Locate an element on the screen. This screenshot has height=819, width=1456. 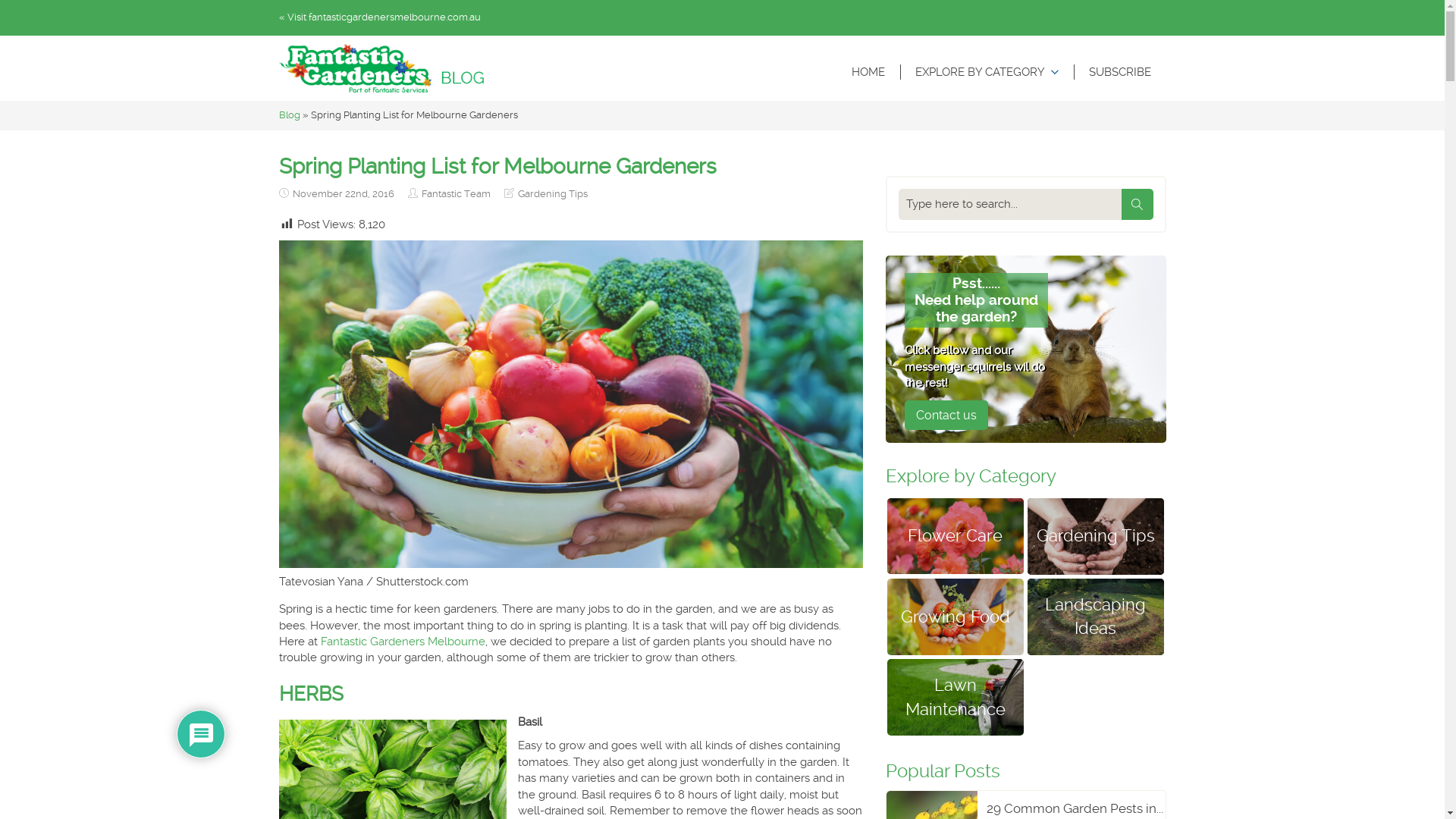
'HOME' is located at coordinates (835, 72).